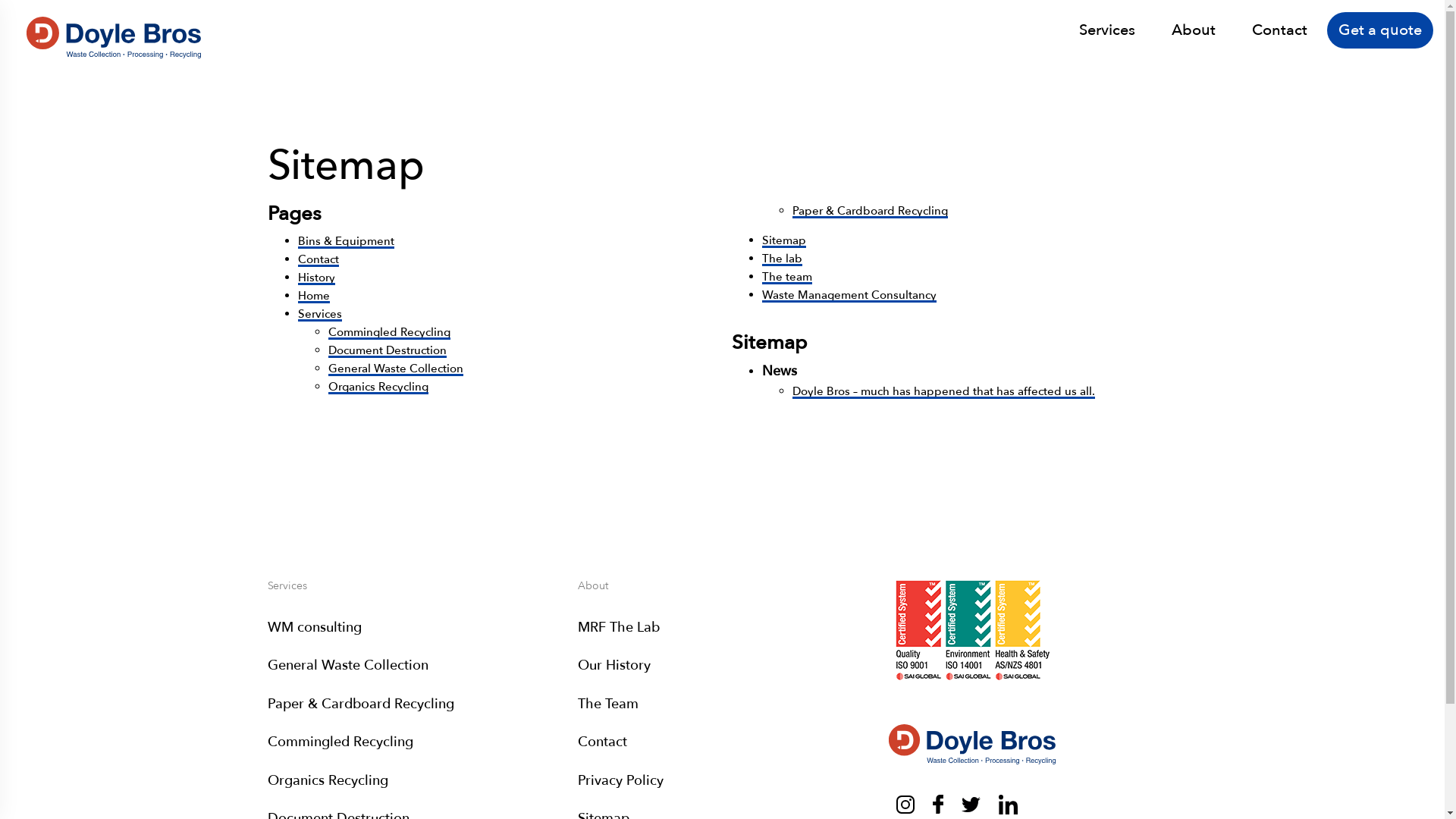 This screenshot has width=1456, height=819. Describe the element at coordinates (378, 385) in the screenshot. I see `'Organics Recycling'` at that location.